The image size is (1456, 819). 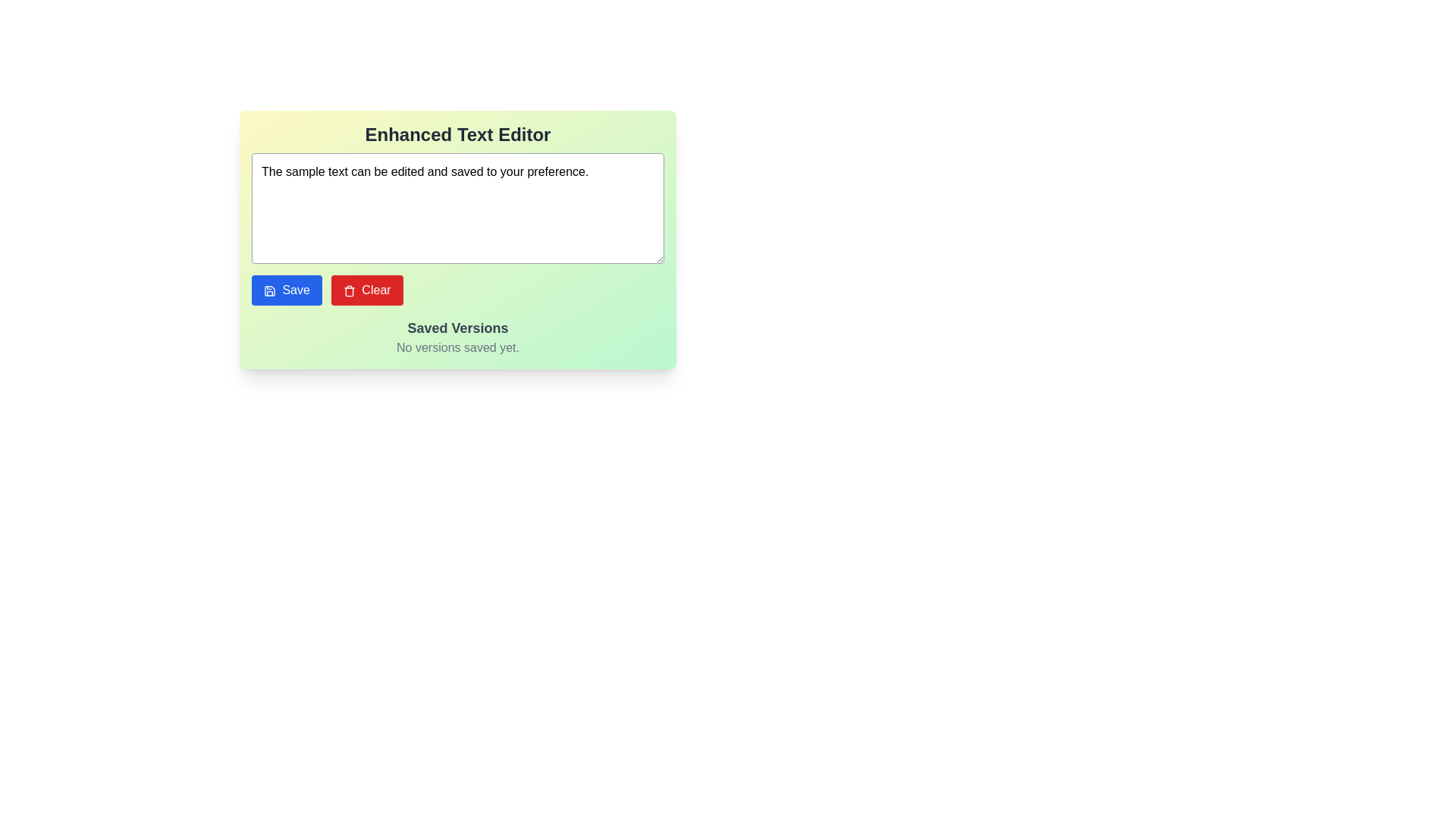 I want to click on the leftmost button labeled 'Save', which has a blue background and a white floppy disk icon to observe its hover effect, so click(x=287, y=290).